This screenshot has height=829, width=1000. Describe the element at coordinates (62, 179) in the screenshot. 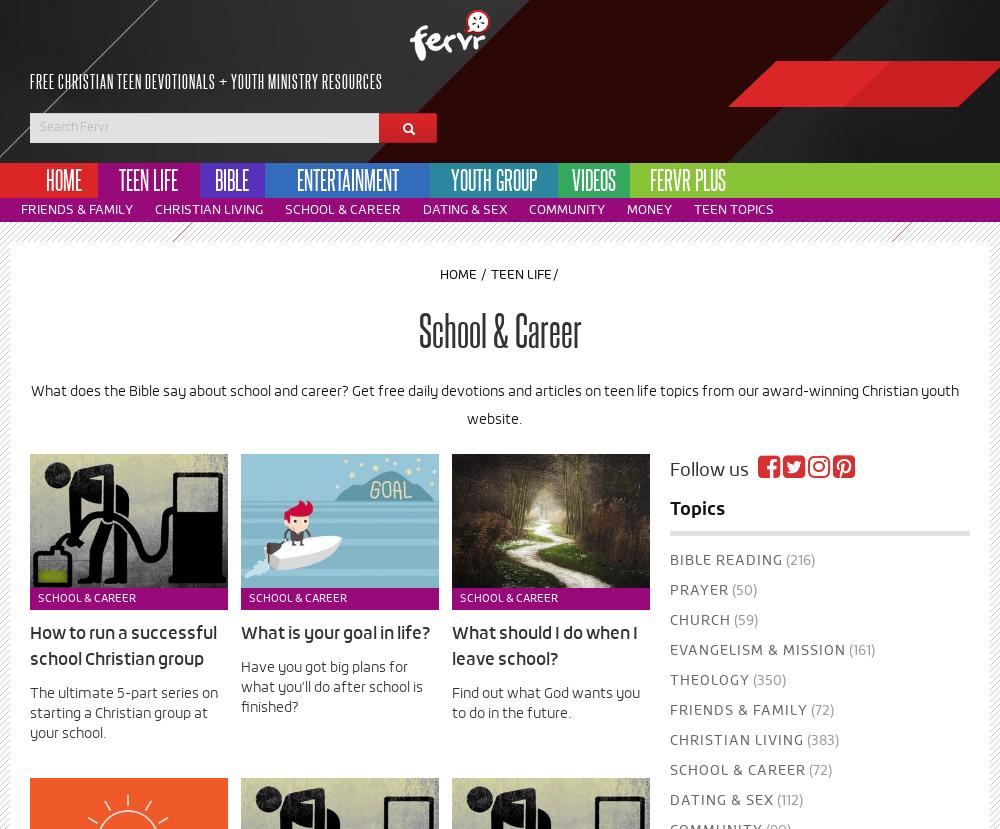

I see `'home'` at that location.